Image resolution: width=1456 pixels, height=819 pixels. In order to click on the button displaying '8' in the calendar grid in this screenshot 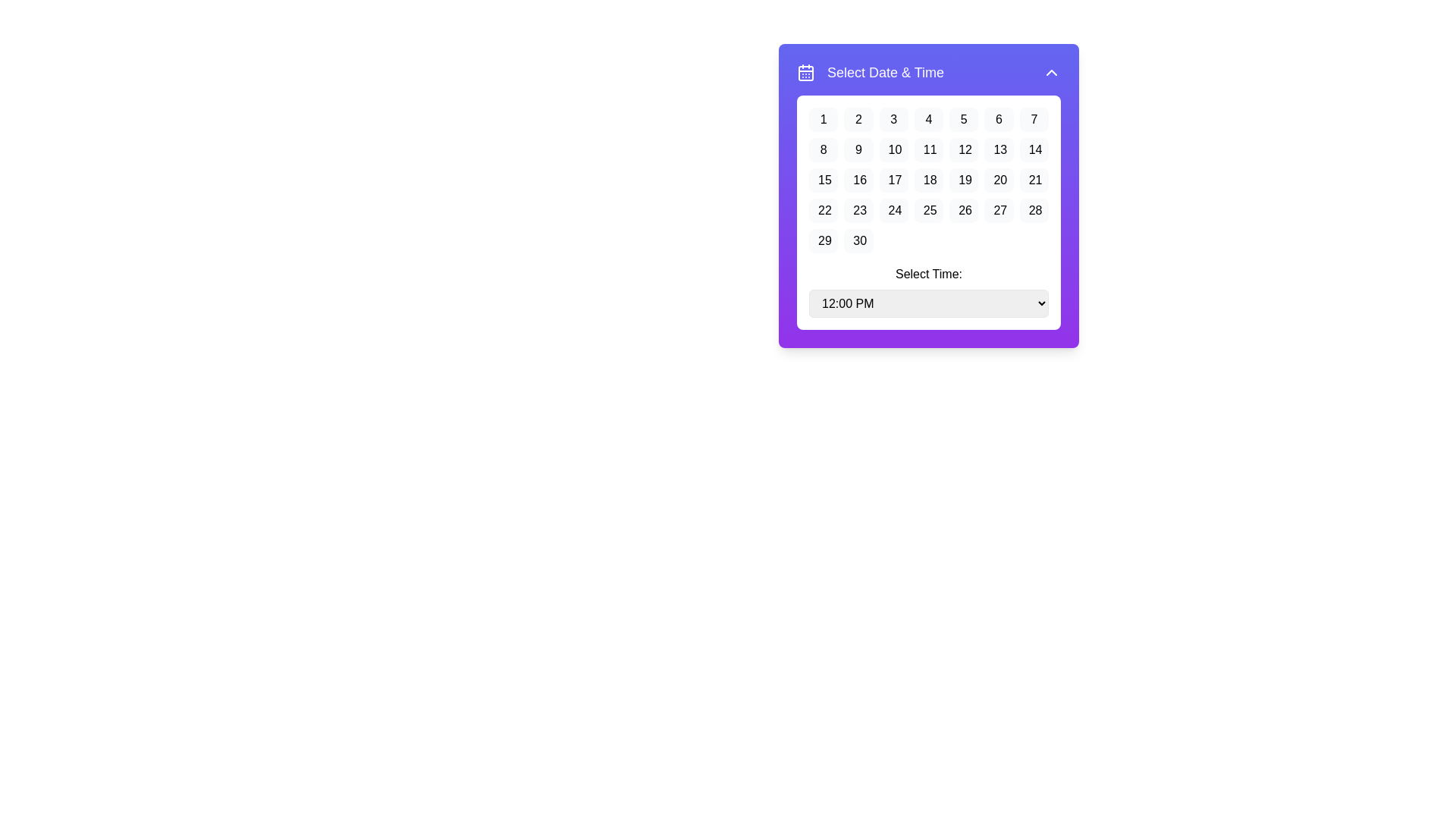, I will do `click(823, 149)`.